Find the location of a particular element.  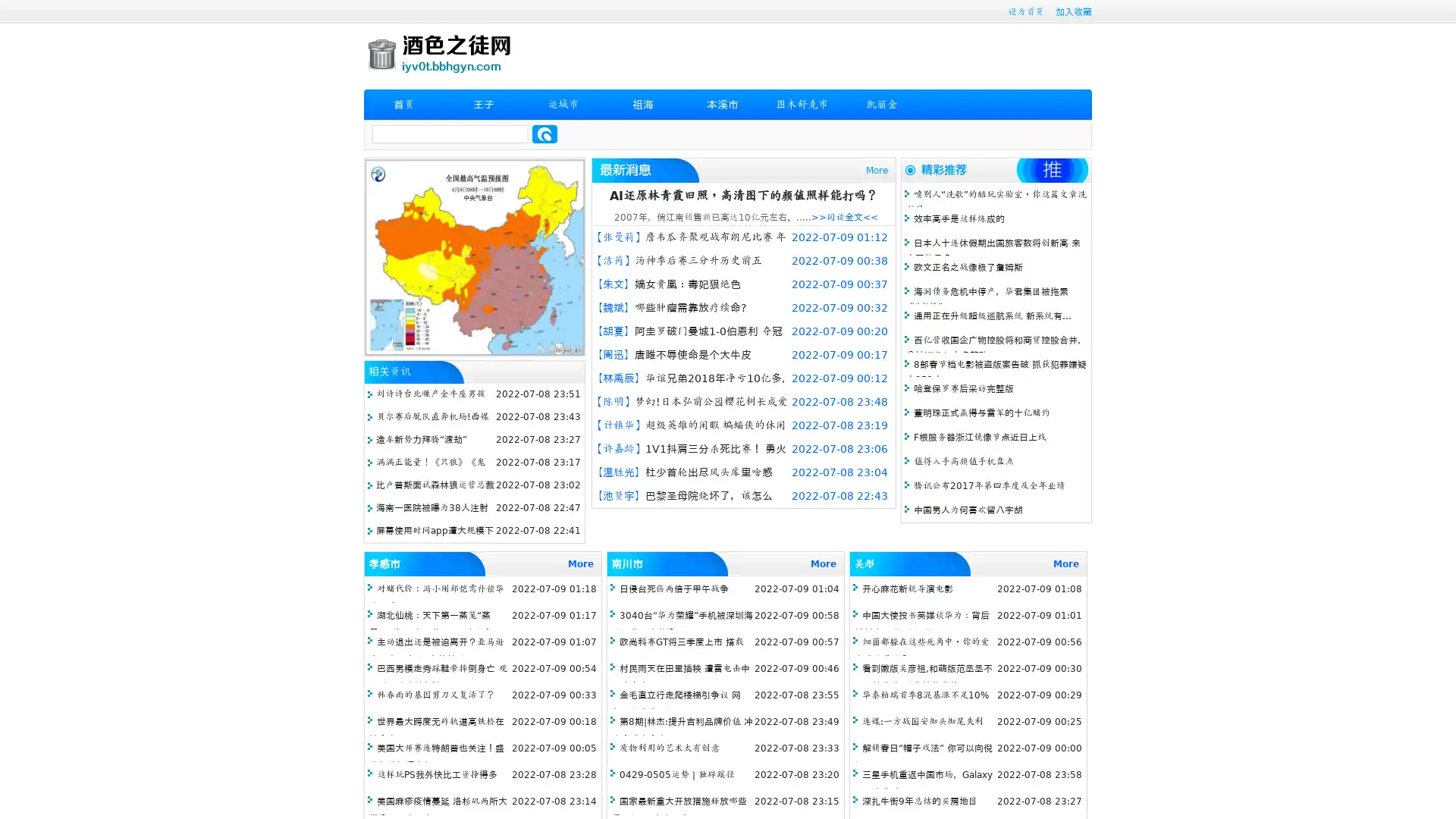

Search is located at coordinates (544, 133).